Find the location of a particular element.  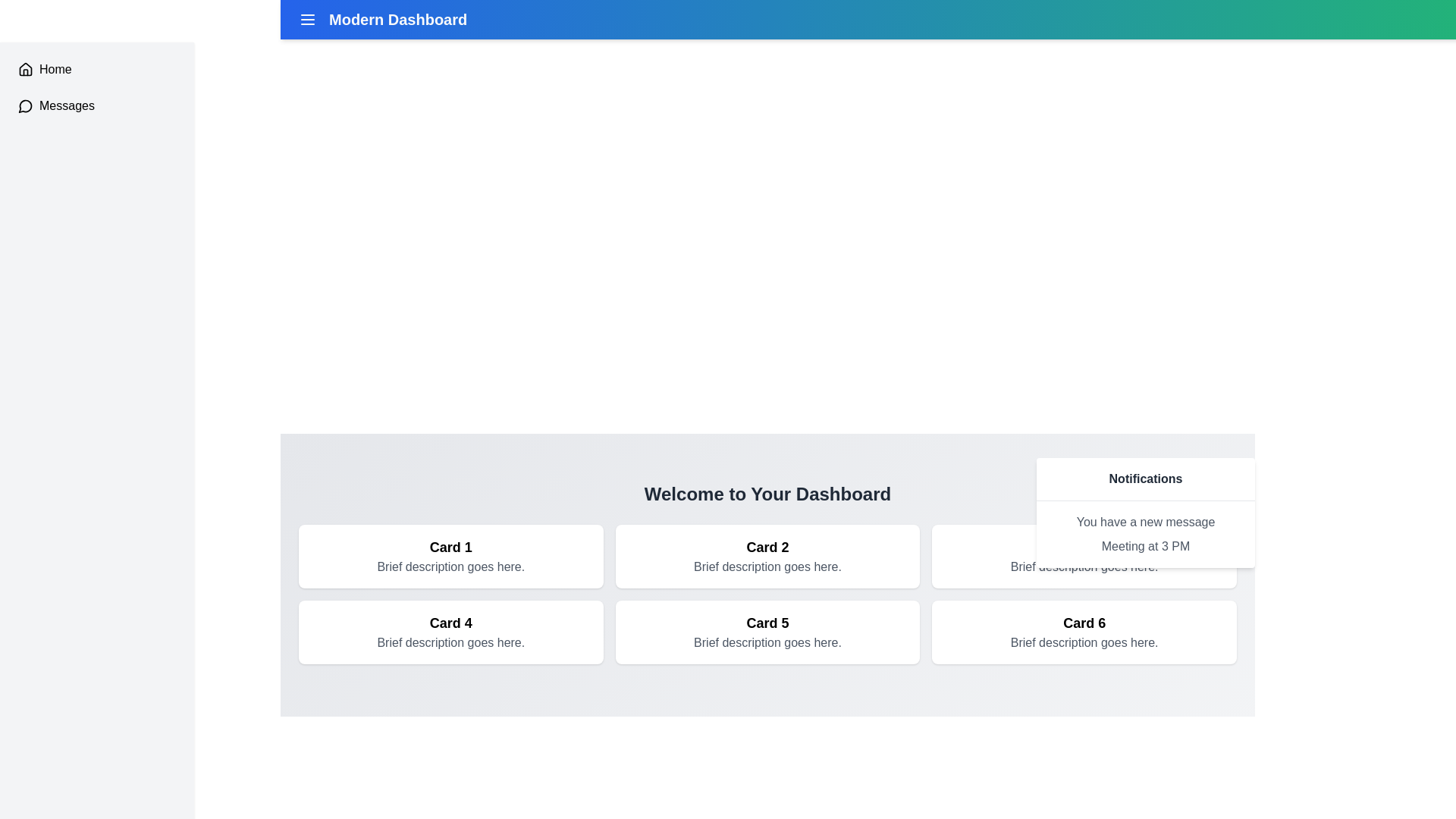

the Informational card located in the middle column of the top row in the dashboard layout is located at coordinates (767, 556).